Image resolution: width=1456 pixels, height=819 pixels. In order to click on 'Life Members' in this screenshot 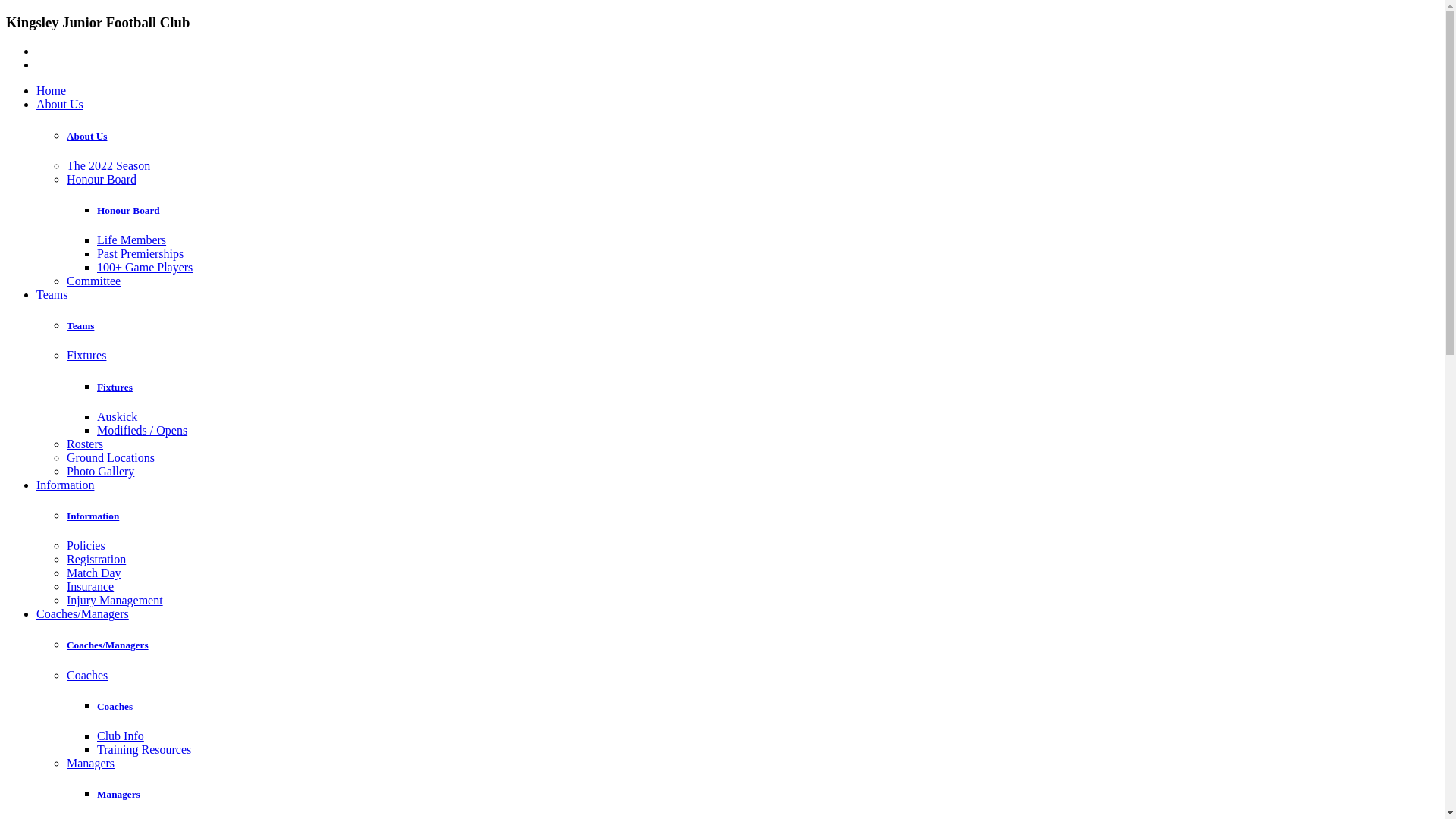, I will do `click(131, 239)`.